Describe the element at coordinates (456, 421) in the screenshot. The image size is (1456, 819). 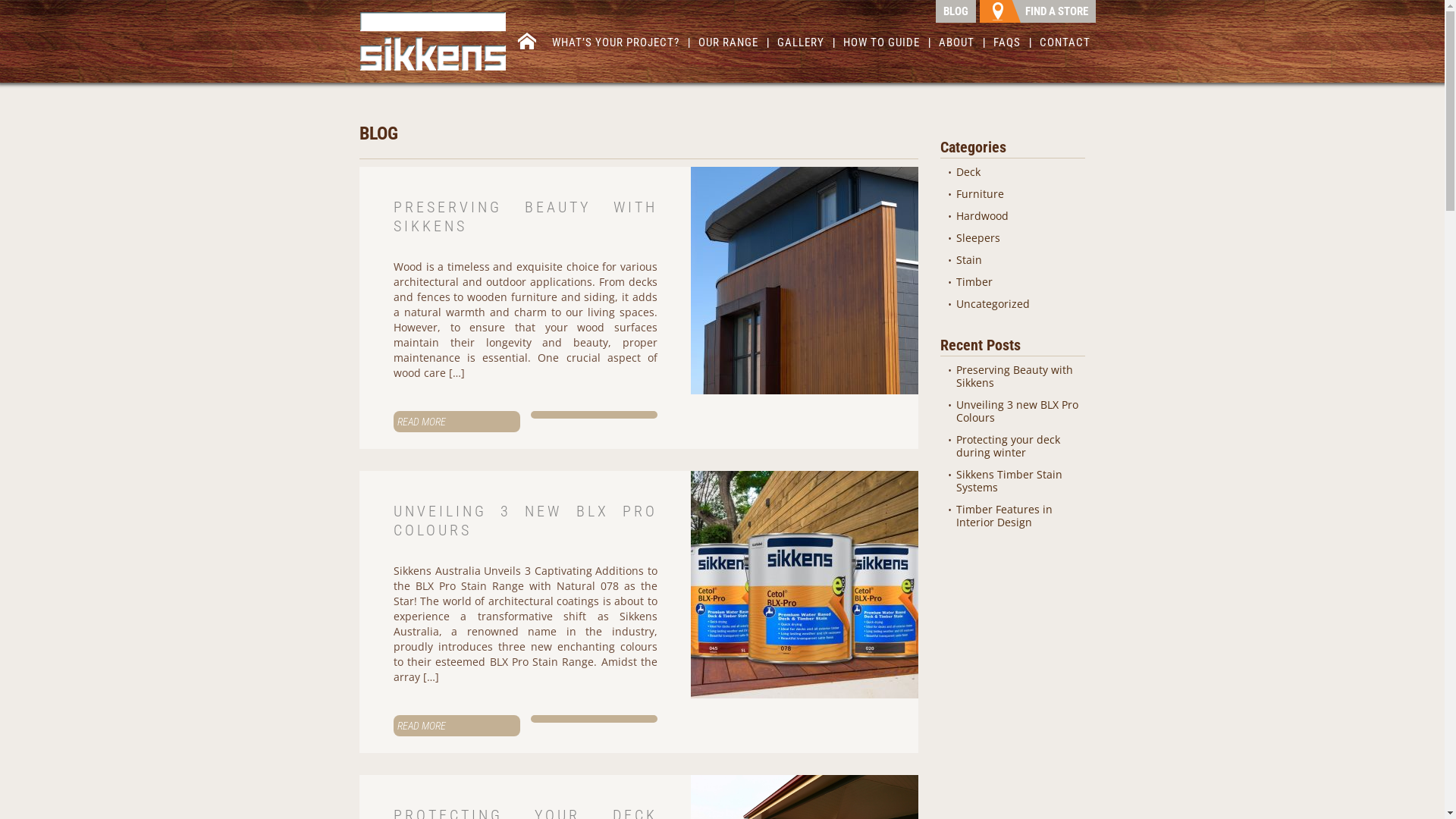
I see `'READ MORE'` at that location.